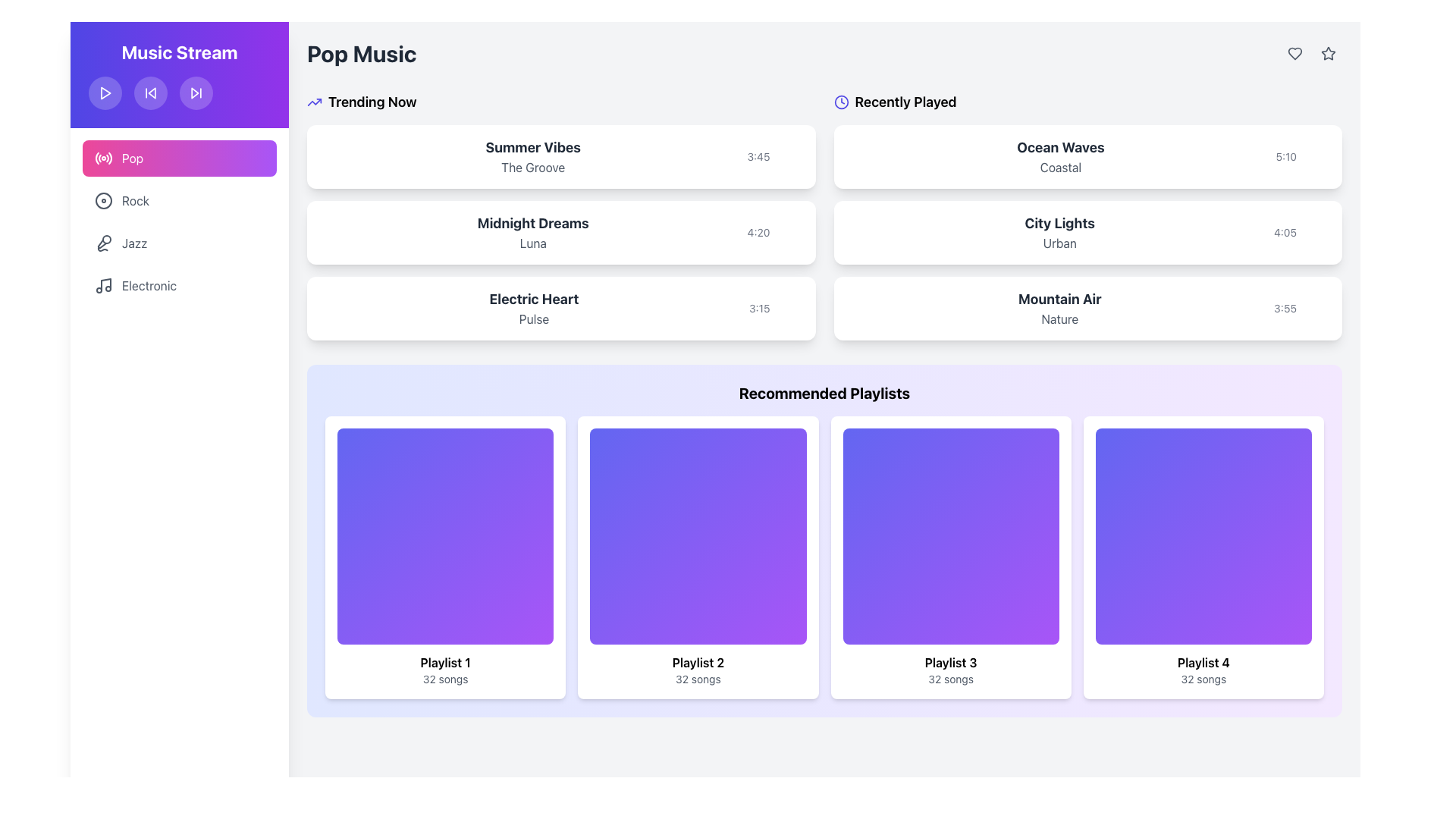  I want to click on the text label displaying 'Mountain Air' in bold, located in the 'Recently Played' section of the interface, so click(1059, 299).